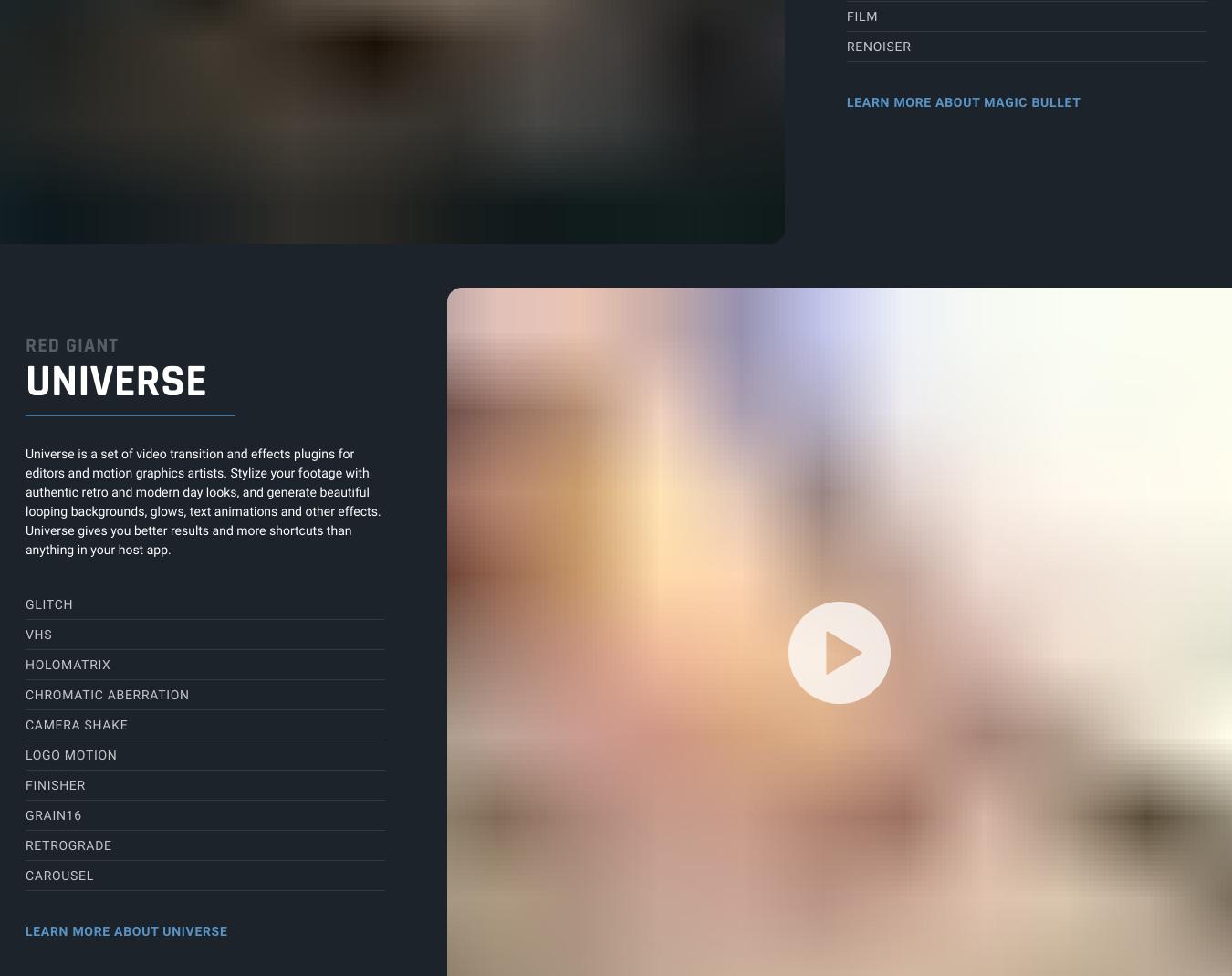 Image resolution: width=1232 pixels, height=976 pixels. Describe the element at coordinates (861, 16) in the screenshot. I see `'Film'` at that location.